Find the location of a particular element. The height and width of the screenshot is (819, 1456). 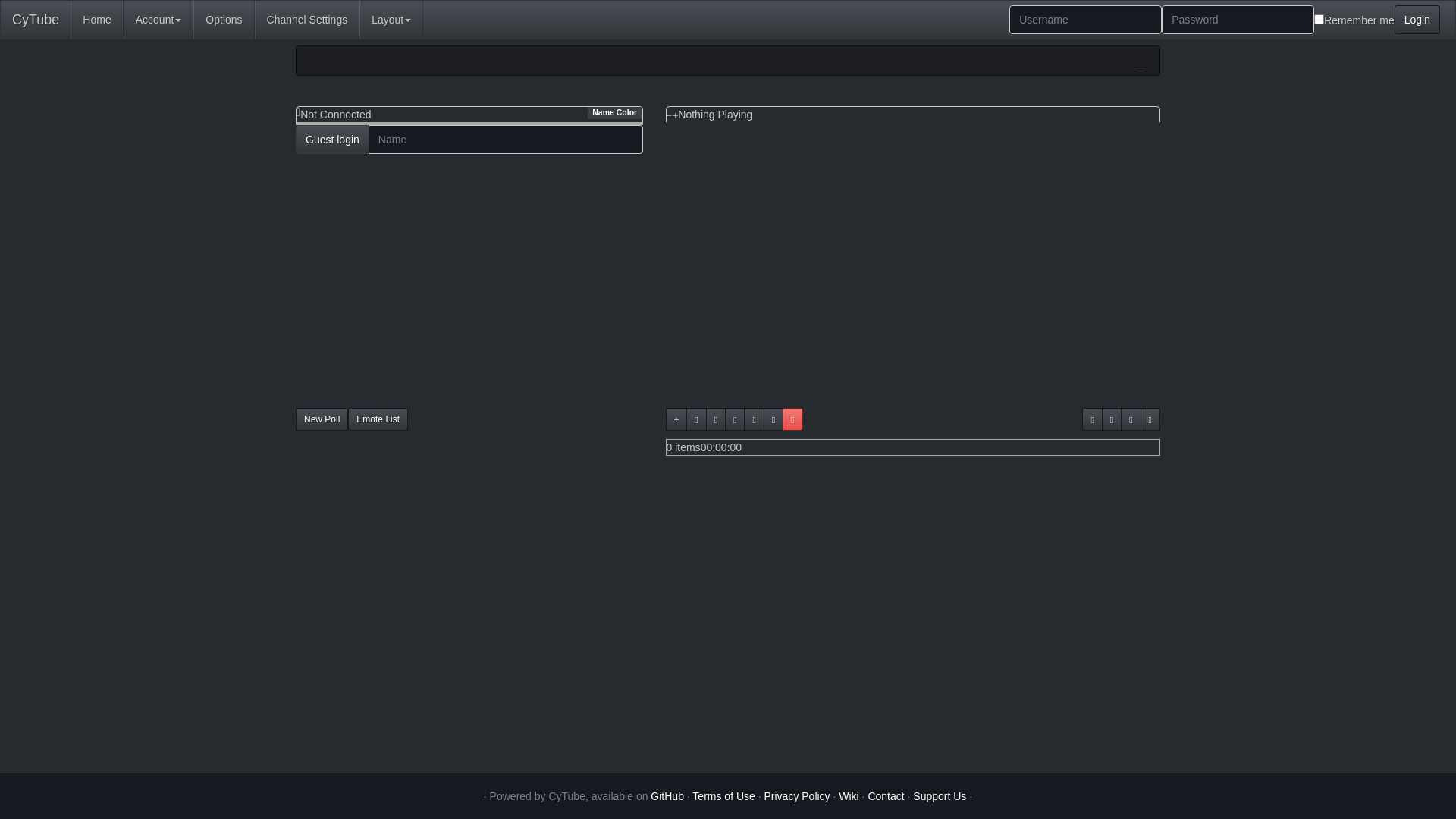

'Make the video smaller' is located at coordinates (666, 115).